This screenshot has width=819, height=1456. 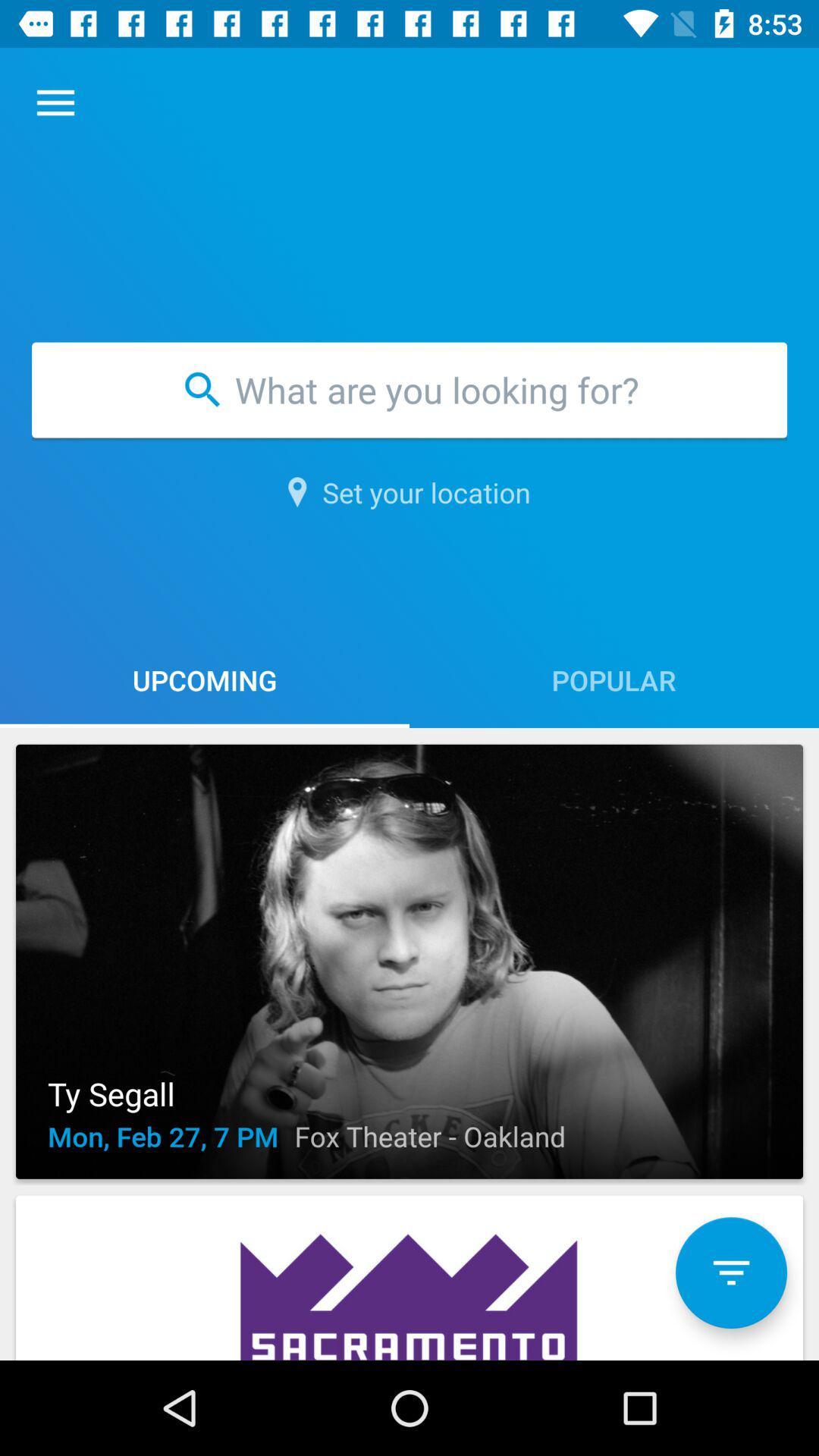 I want to click on the icon above the upcoming icon, so click(x=409, y=492).